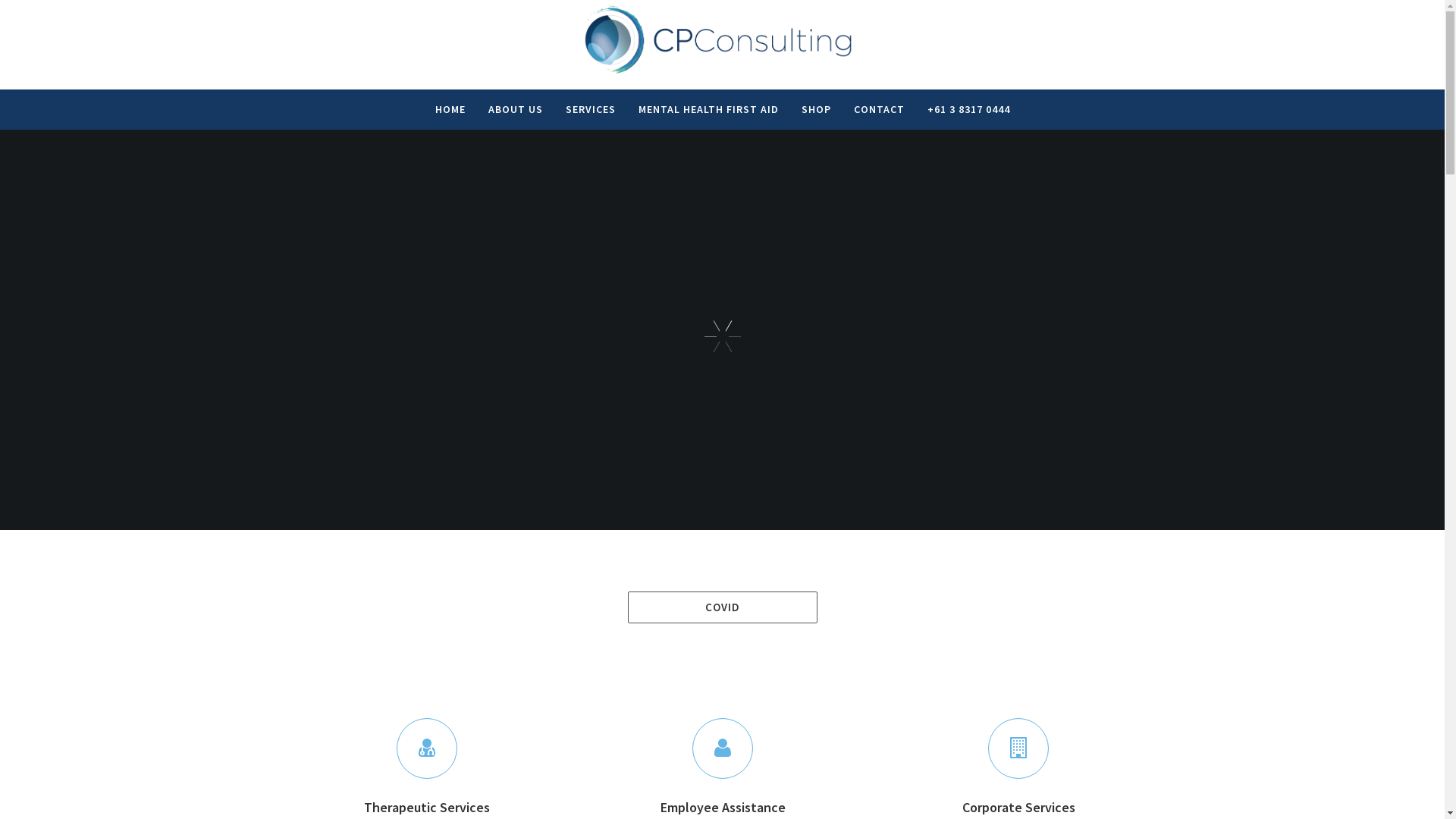 The width and height of the screenshot is (1456, 819). What do you see at coordinates (815, 109) in the screenshot?
I see `'SHOP'` at bounding box center [815, 109].